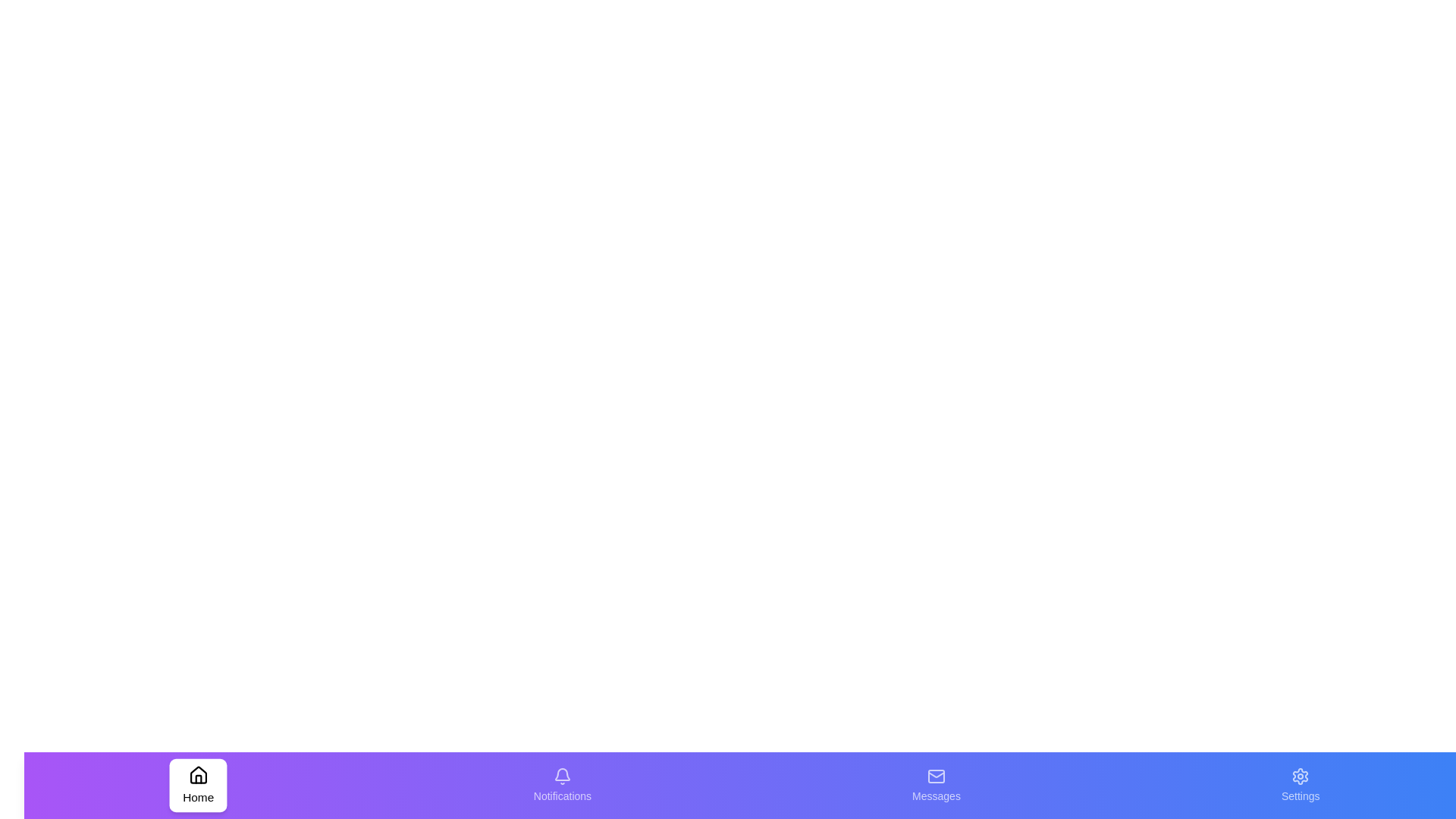 This screenshot has height=819, width=1456. I want to click on the Notifications tab to observe its visual feedback, so click(561, 785).